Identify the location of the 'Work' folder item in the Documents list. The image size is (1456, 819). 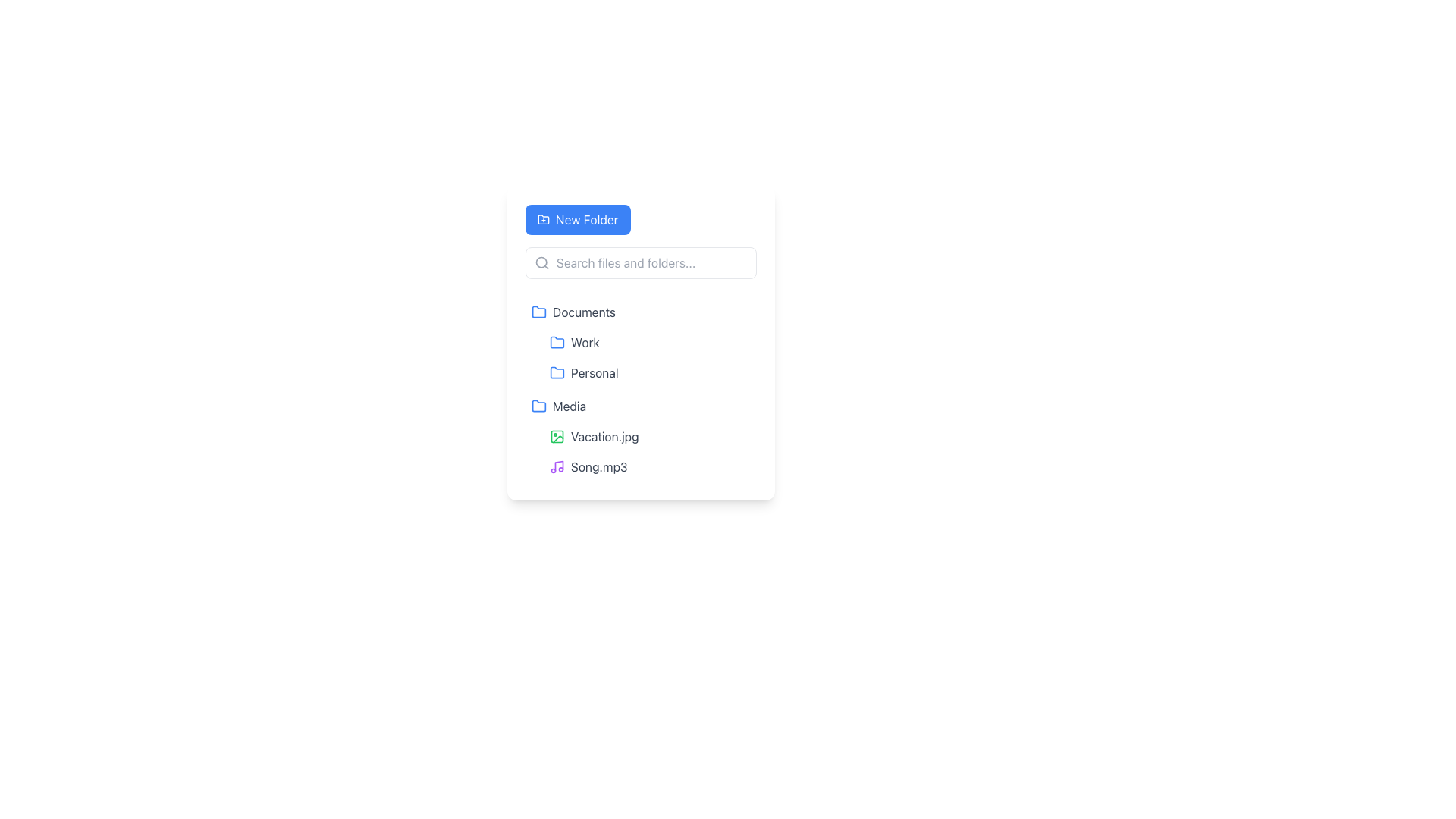
(650, 342).